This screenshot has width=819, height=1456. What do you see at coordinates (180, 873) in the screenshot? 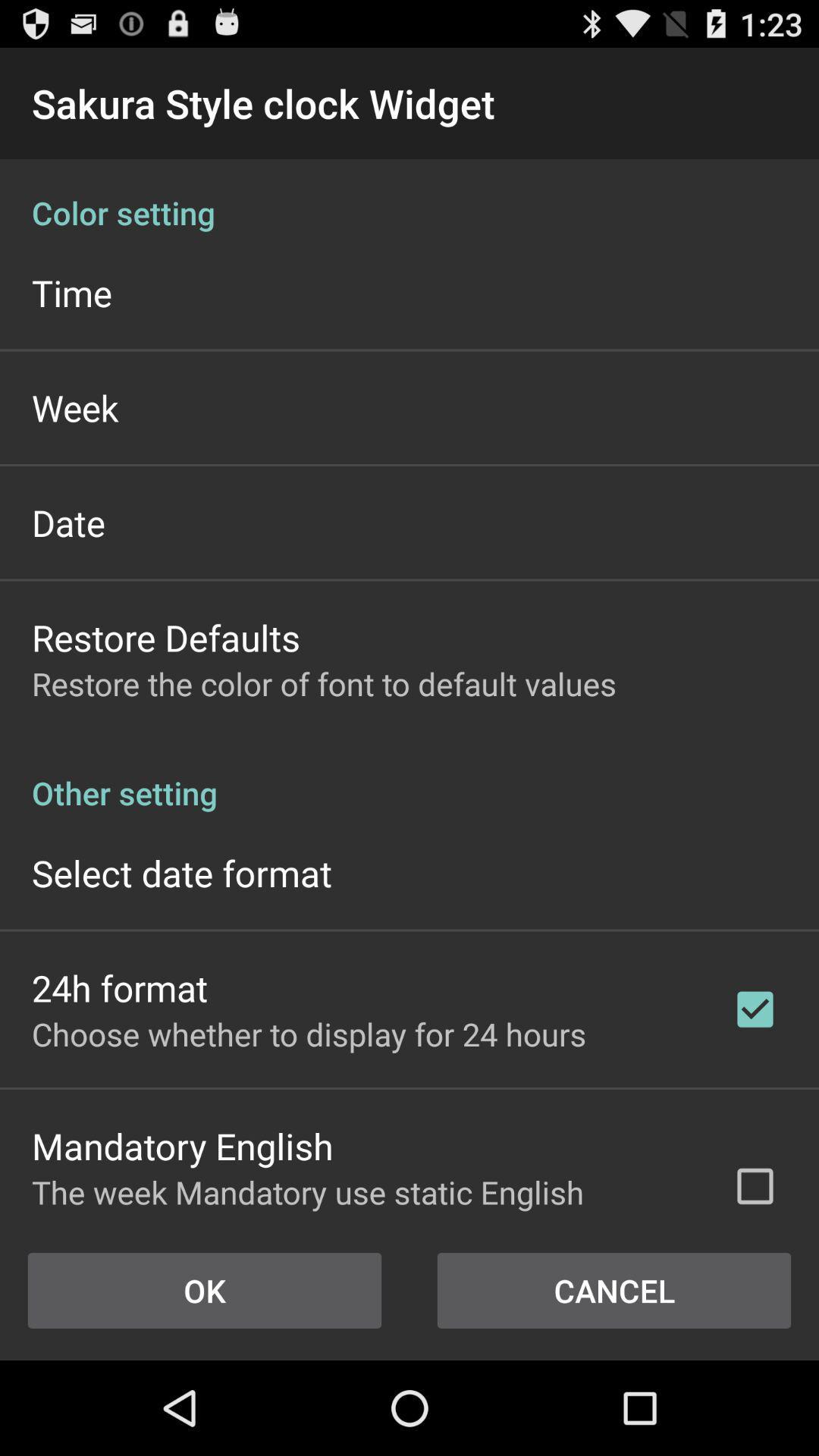
I see `icon above 24h format` at bounding box center [180, 873].